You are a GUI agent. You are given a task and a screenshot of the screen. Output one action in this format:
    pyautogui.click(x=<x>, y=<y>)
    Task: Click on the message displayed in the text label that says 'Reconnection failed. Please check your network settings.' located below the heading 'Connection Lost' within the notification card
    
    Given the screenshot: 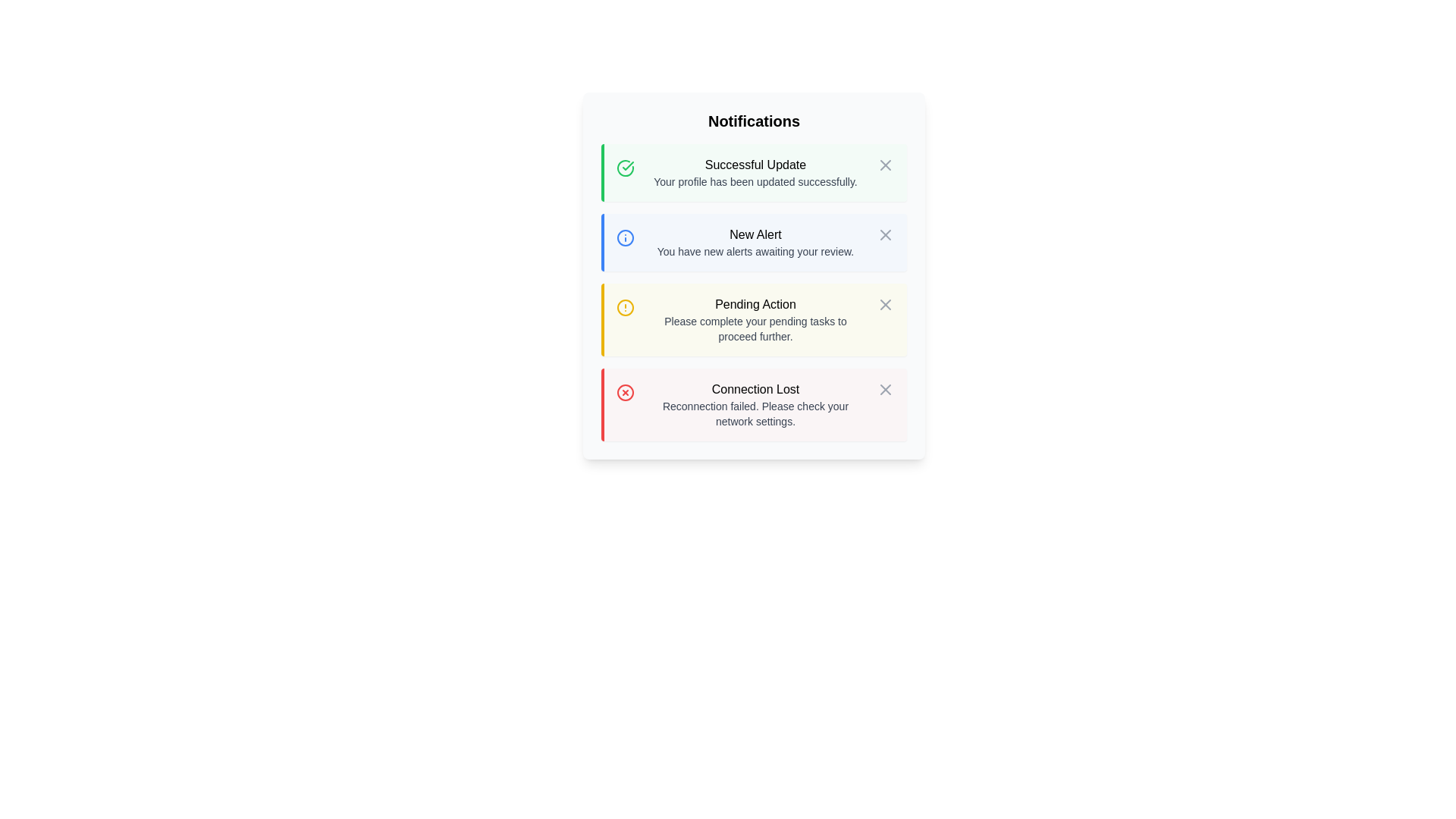 What is the action you would take?
    pyautogui.click(x=755, y=414)
    